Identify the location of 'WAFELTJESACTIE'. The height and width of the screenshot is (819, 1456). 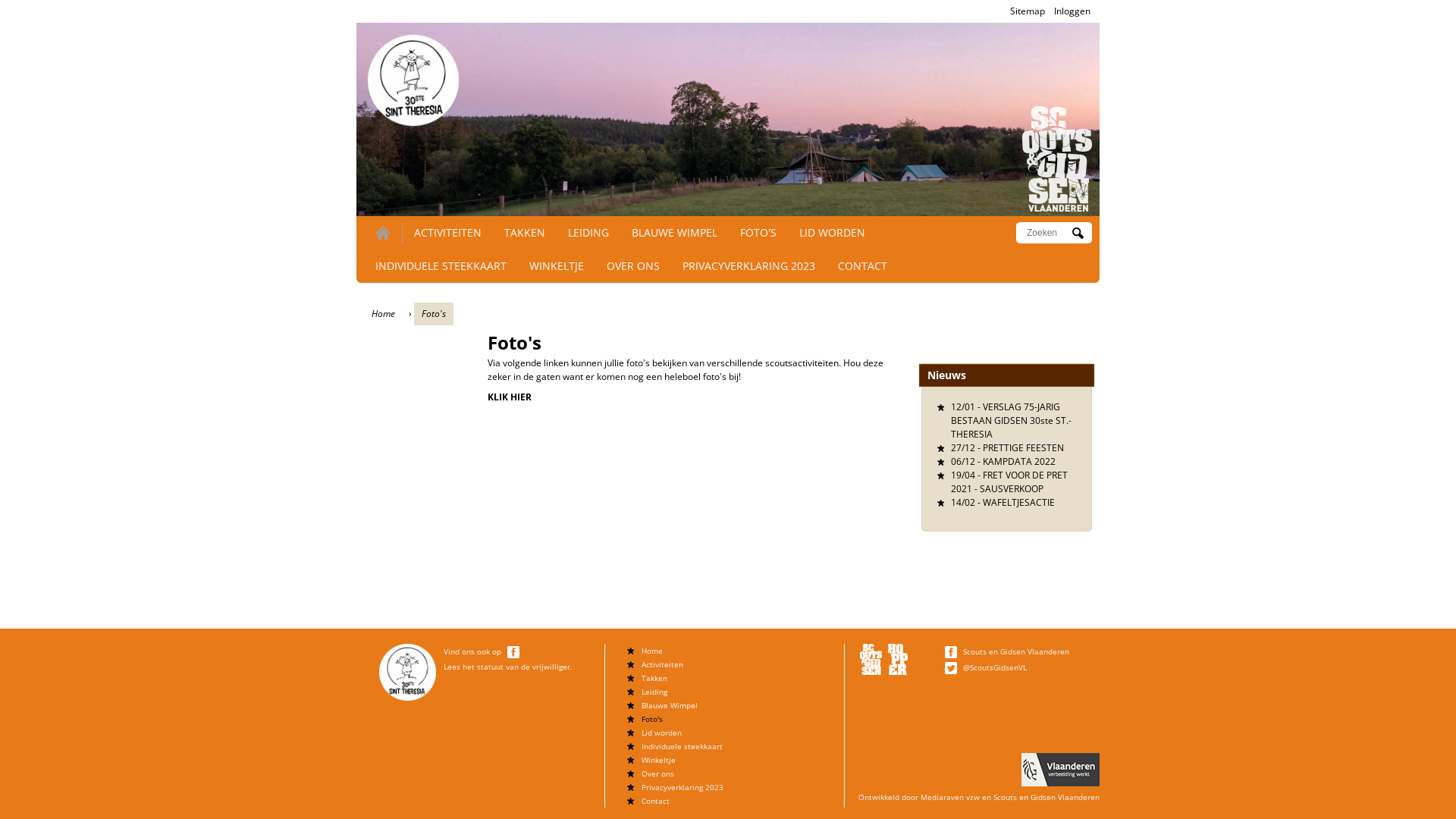
(1018, 502).